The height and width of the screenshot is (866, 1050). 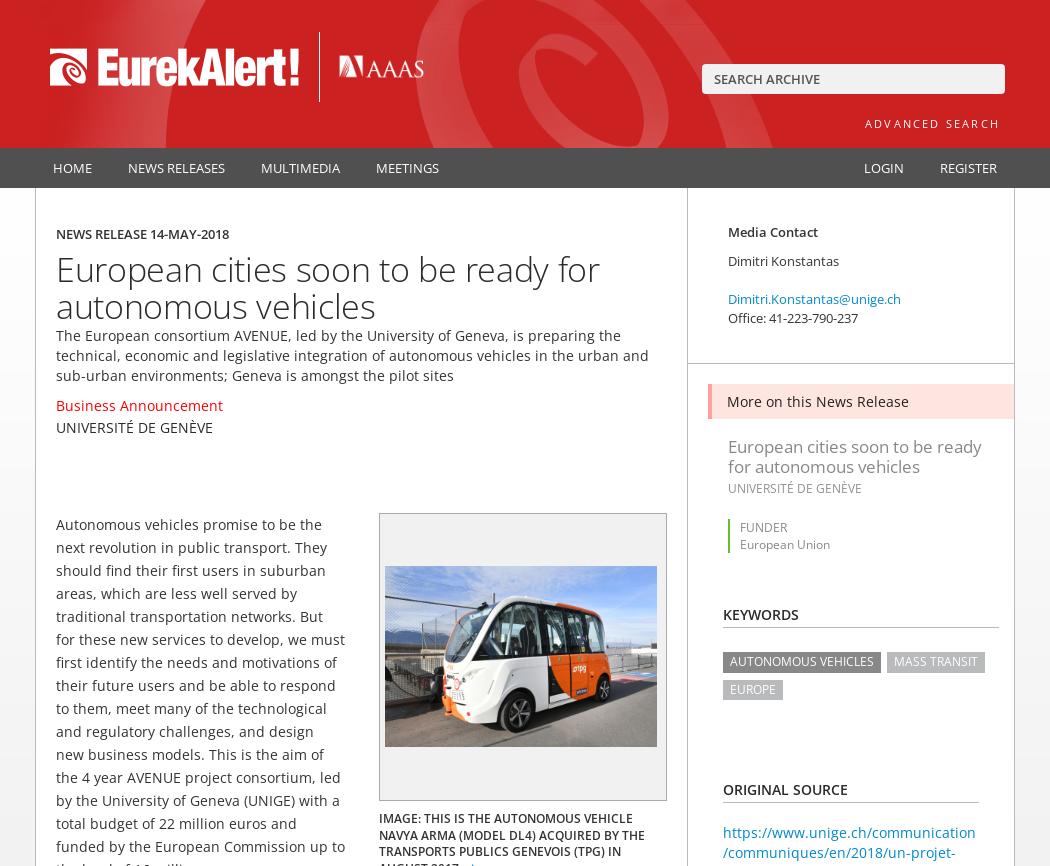 What do you see at coordinates (783, 260) in the screenshot?
I see `'Dimitri Konstantas'` at bounding box center [783, 260].